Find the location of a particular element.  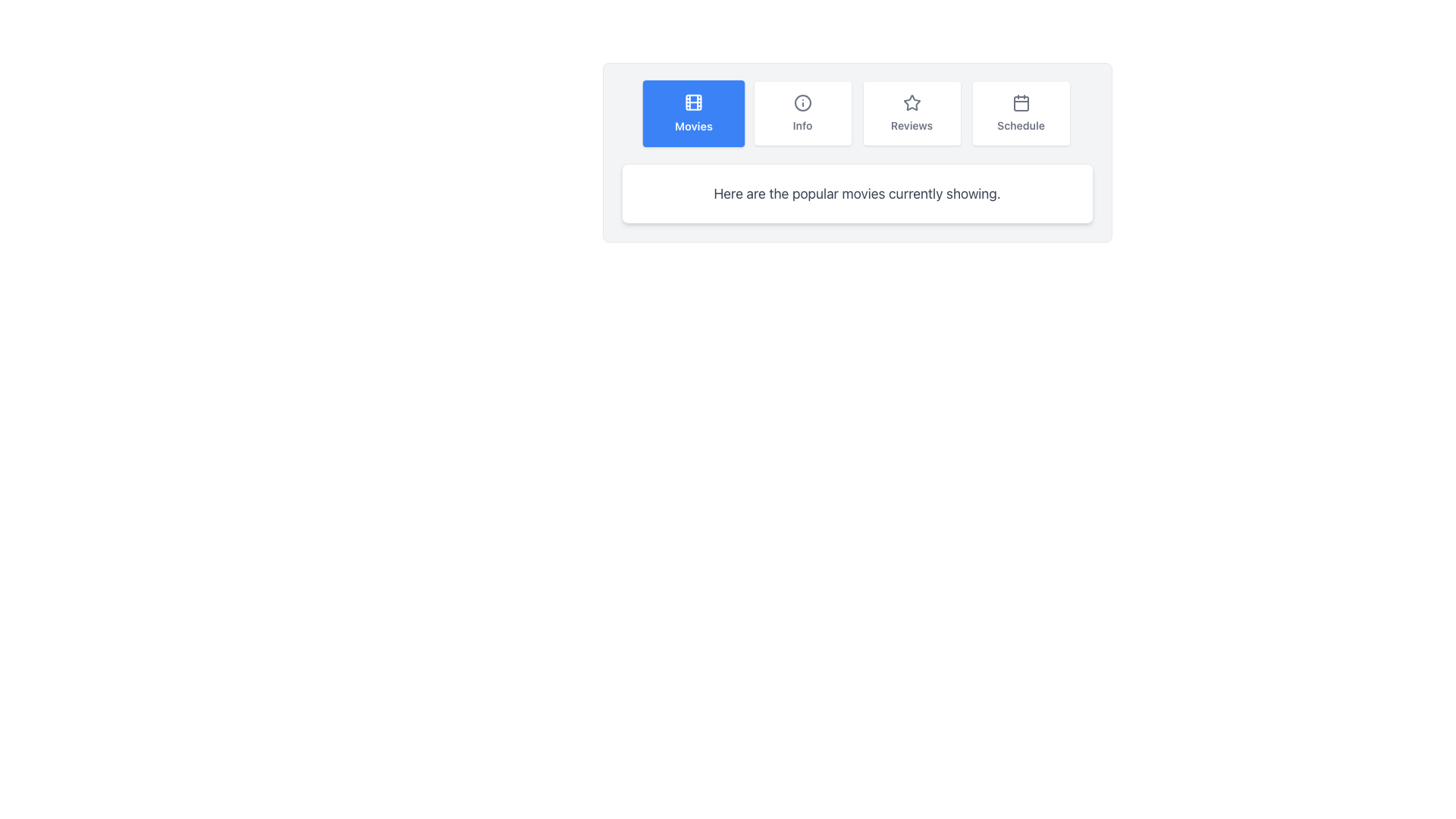

the 'Movies' button which contains the film icon, located in the upper portion of the button, centered at the coordinates provided is located at coordinates (692, 102).